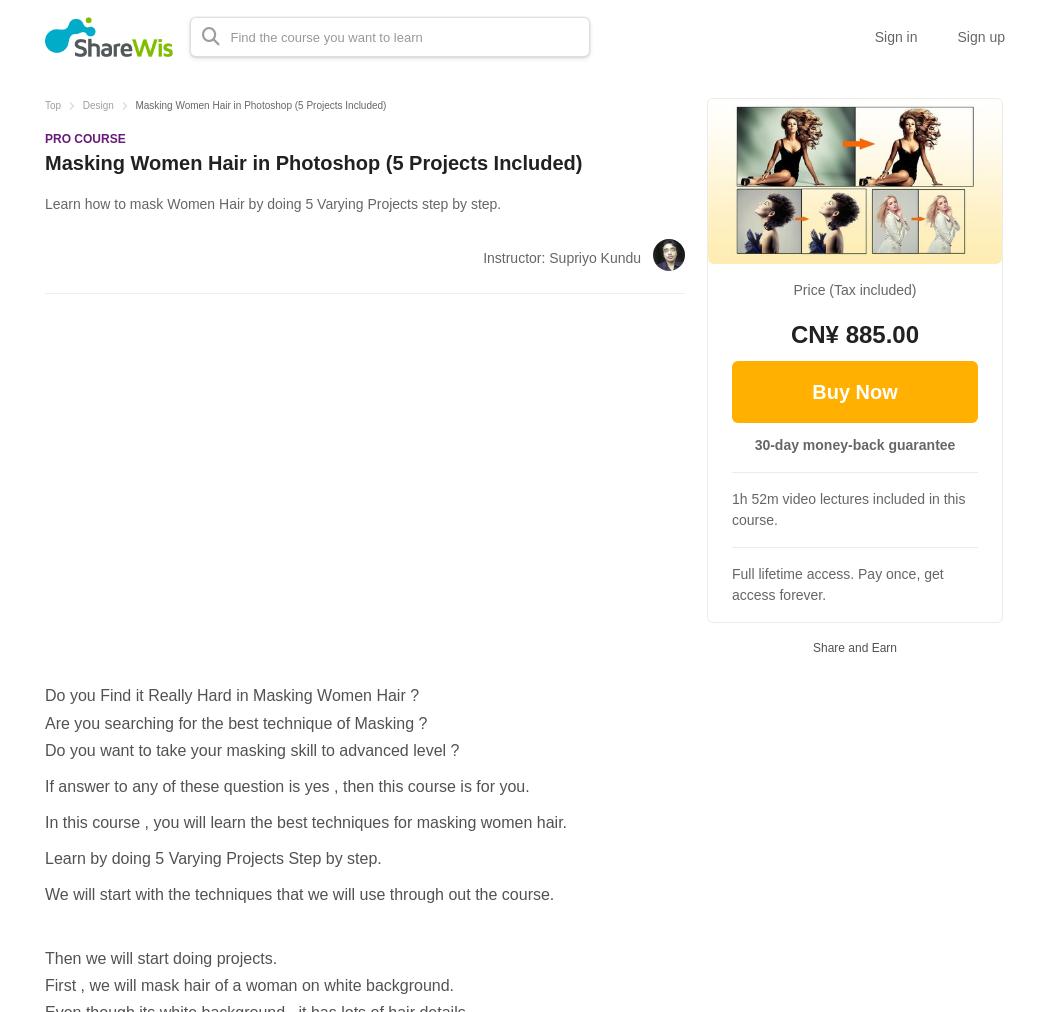 The height and width of the screenshot is (1012, 1050). I want to click on 'Learn by doing 5 Varying Projects Step by step.', so click(212, 857).